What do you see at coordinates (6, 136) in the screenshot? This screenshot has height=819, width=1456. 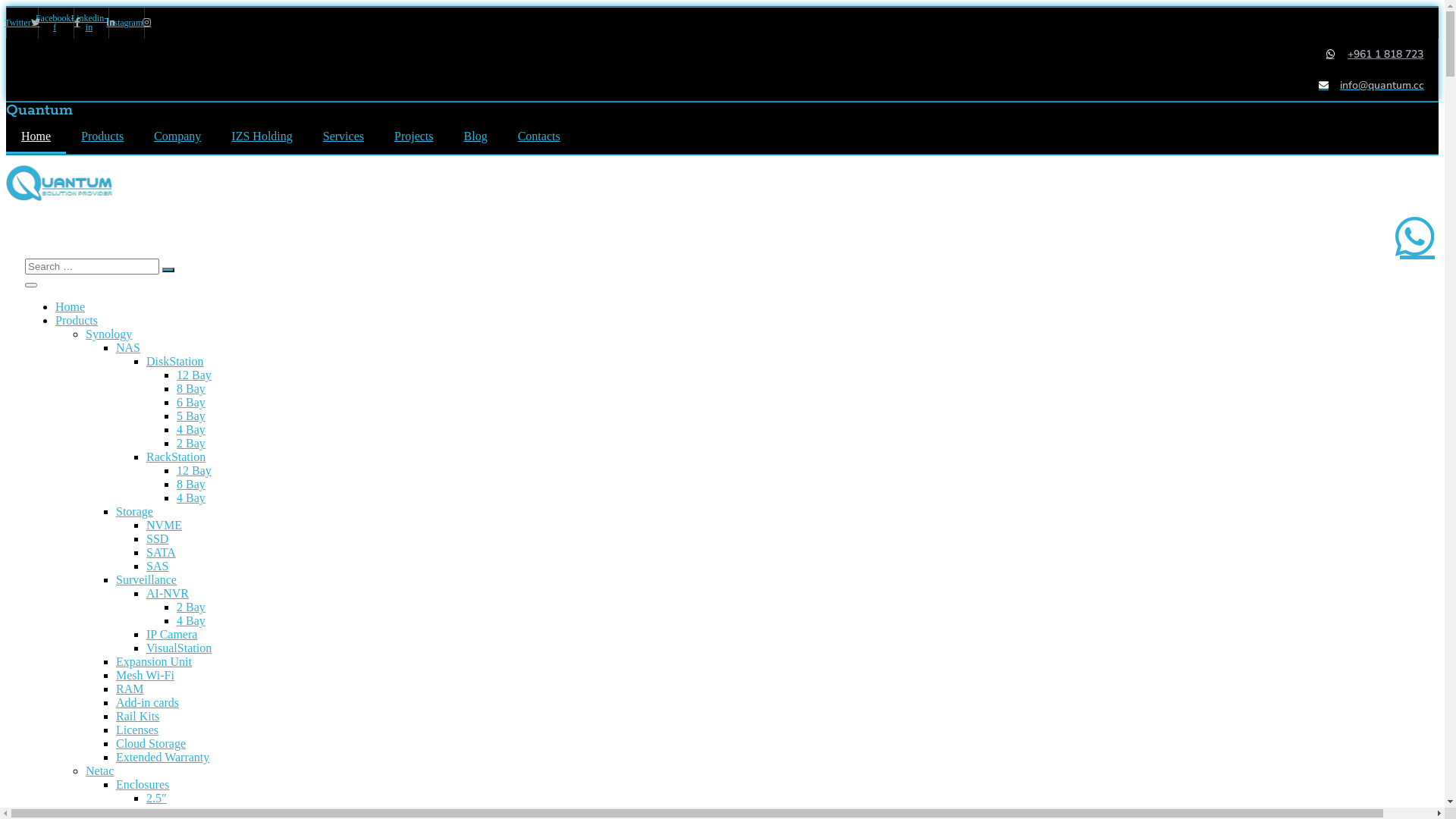 I see `'Home'` at bounding box center [6, 136].